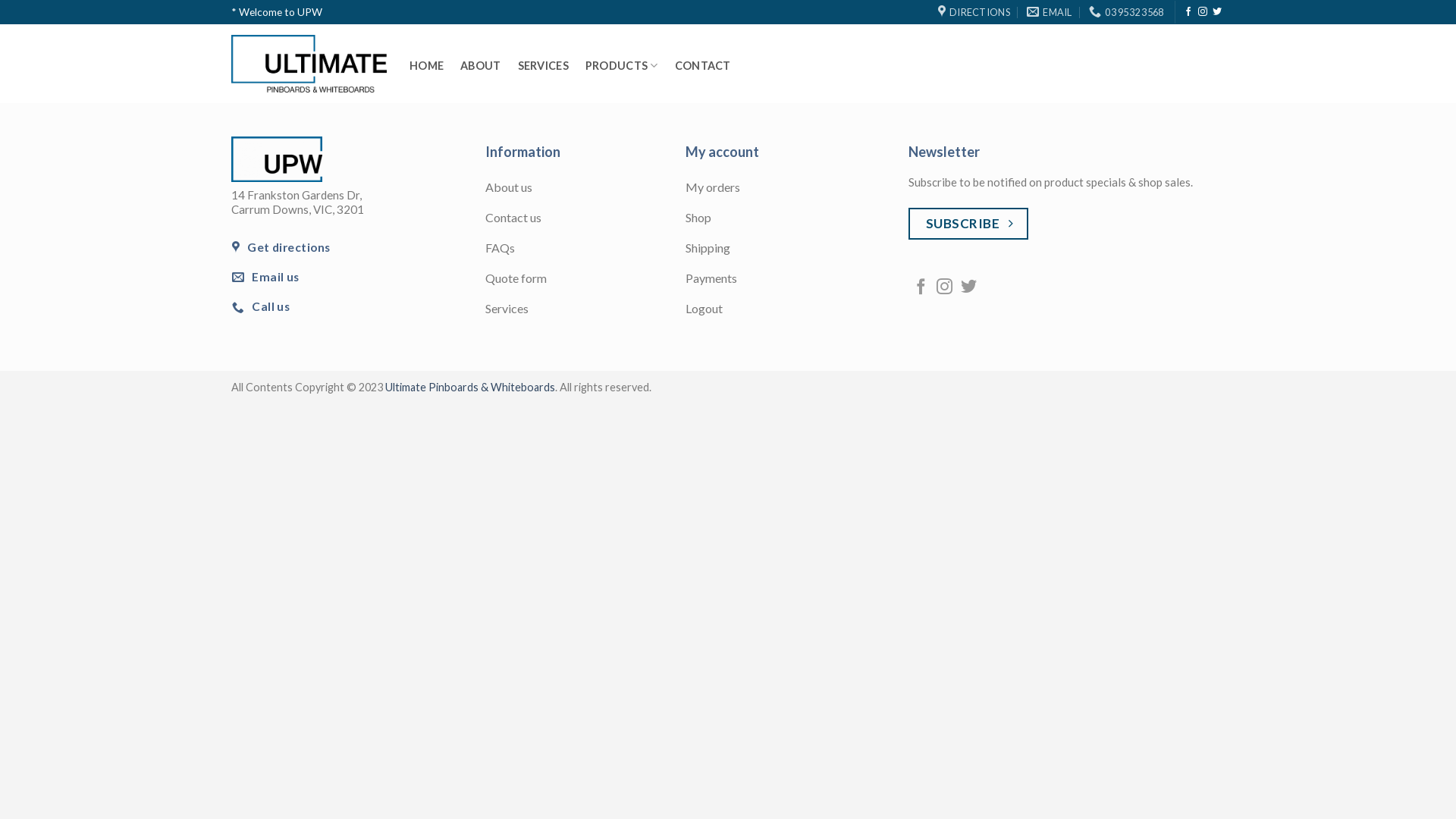 This screenshot has width=1456, height=819. I want to click on 'Contact us', so click(484, 219).